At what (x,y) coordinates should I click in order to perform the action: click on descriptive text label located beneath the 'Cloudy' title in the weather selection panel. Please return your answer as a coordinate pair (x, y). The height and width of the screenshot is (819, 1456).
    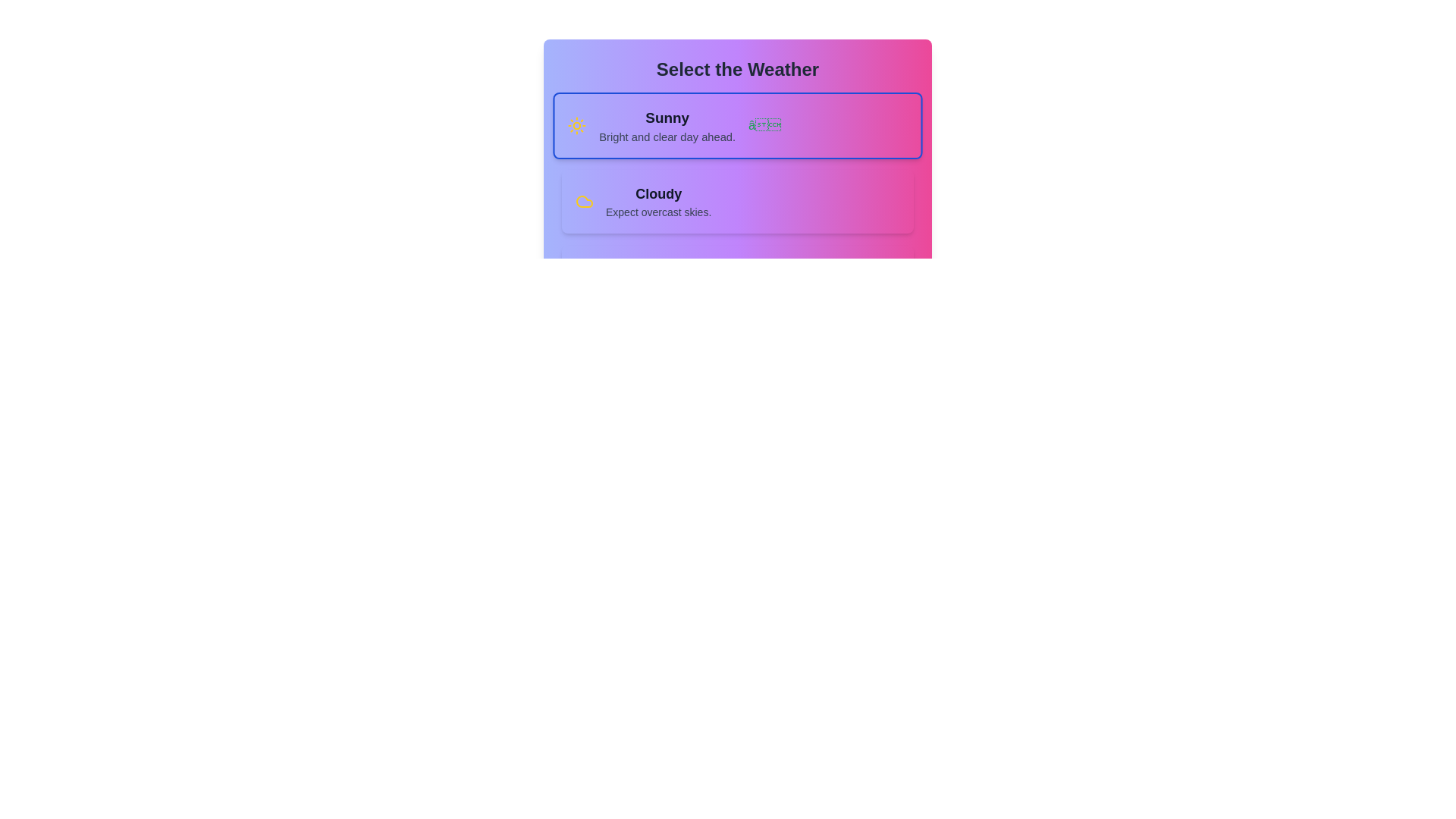
    Looking at the image, I should click on (658, 212).